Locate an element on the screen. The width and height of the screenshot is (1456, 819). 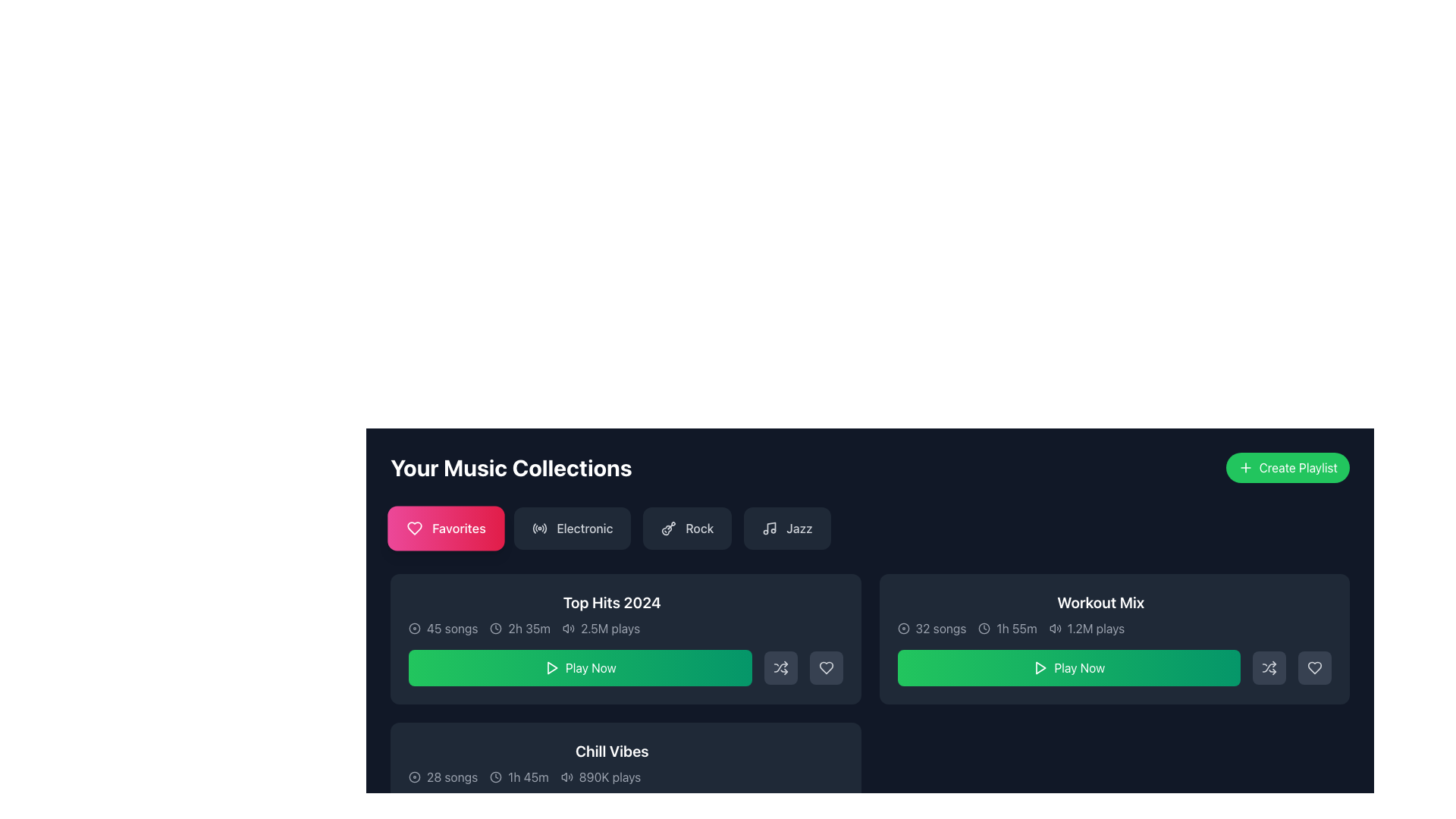
the text and icon combination that indicates the number of songs in the 'Chill Vibes' collection is located at coordinates (442, 777).